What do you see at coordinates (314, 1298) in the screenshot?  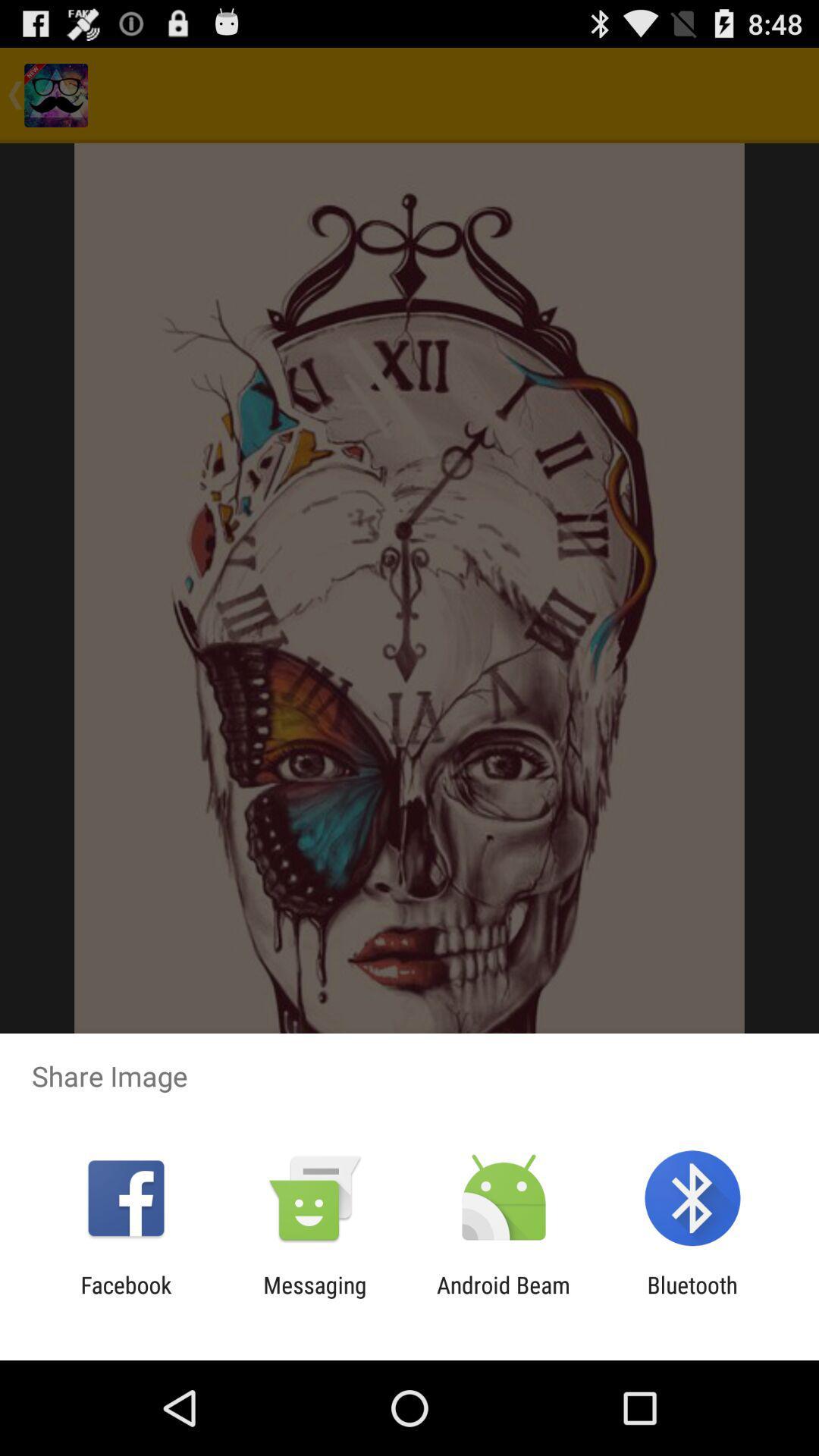 I see `item next to facebook app` at bounding box center [314, 1298].